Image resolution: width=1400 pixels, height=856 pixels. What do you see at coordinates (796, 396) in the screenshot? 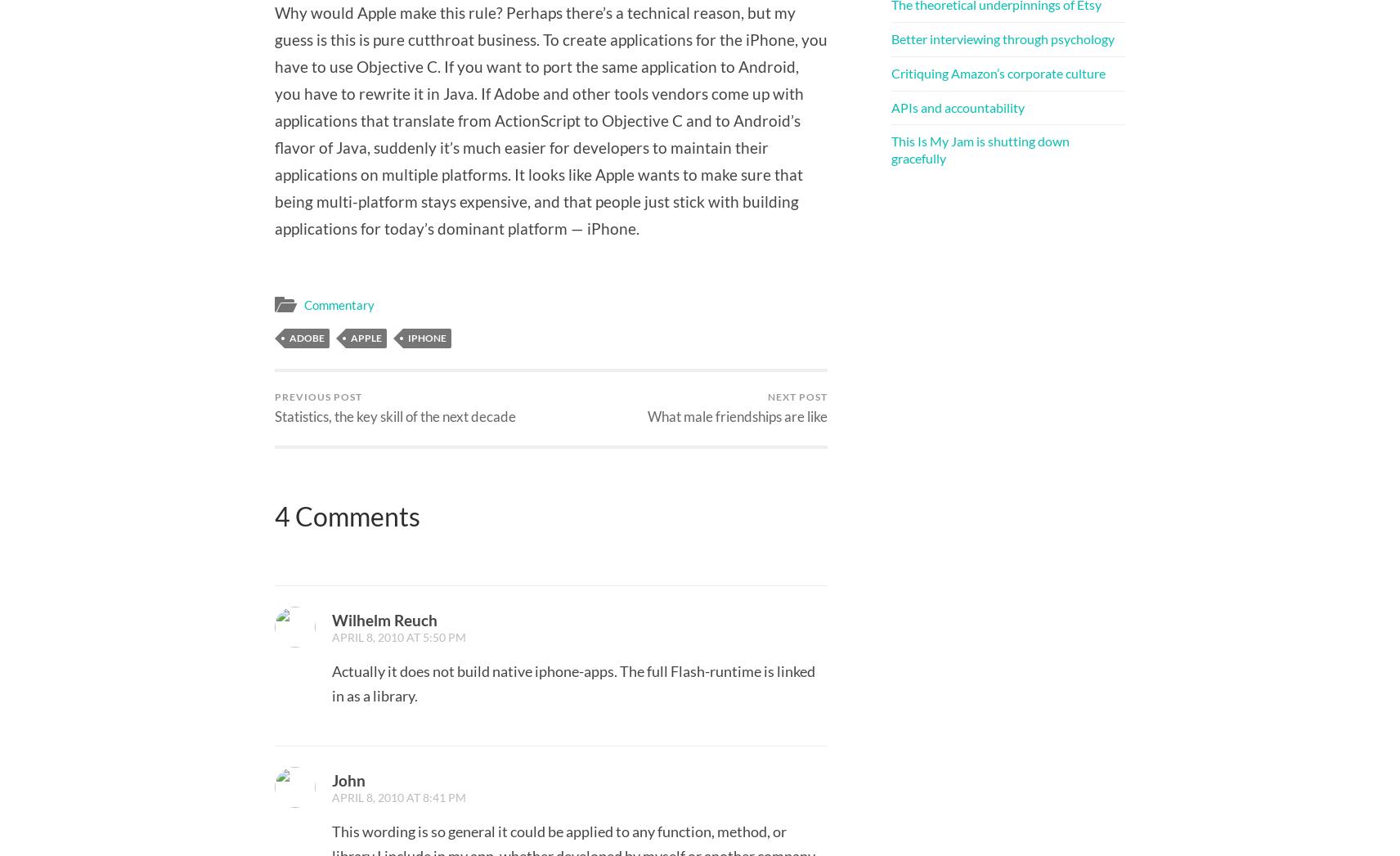
I see `'Next post'` at bounding box center [796, 396].